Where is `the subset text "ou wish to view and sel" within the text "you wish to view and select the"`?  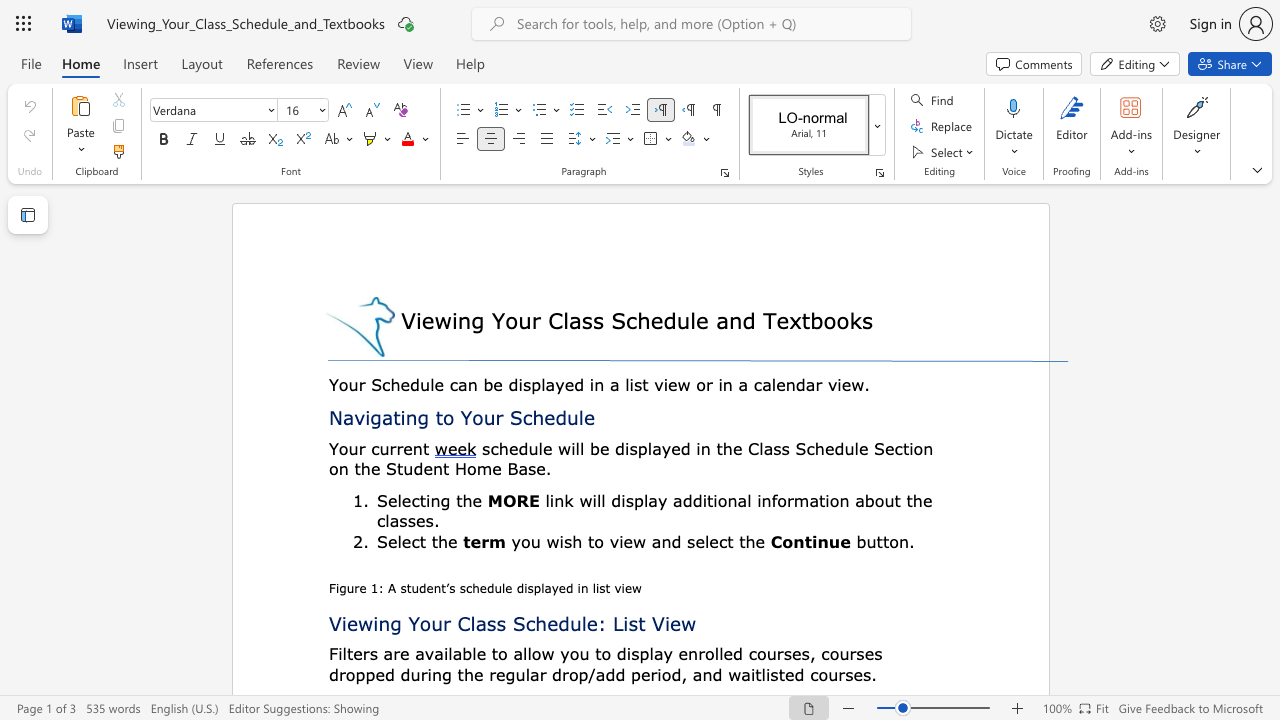 the subset text "ou wish to view and sel" within the text "you wish to view and select the" is located at coordinates (520, 541).